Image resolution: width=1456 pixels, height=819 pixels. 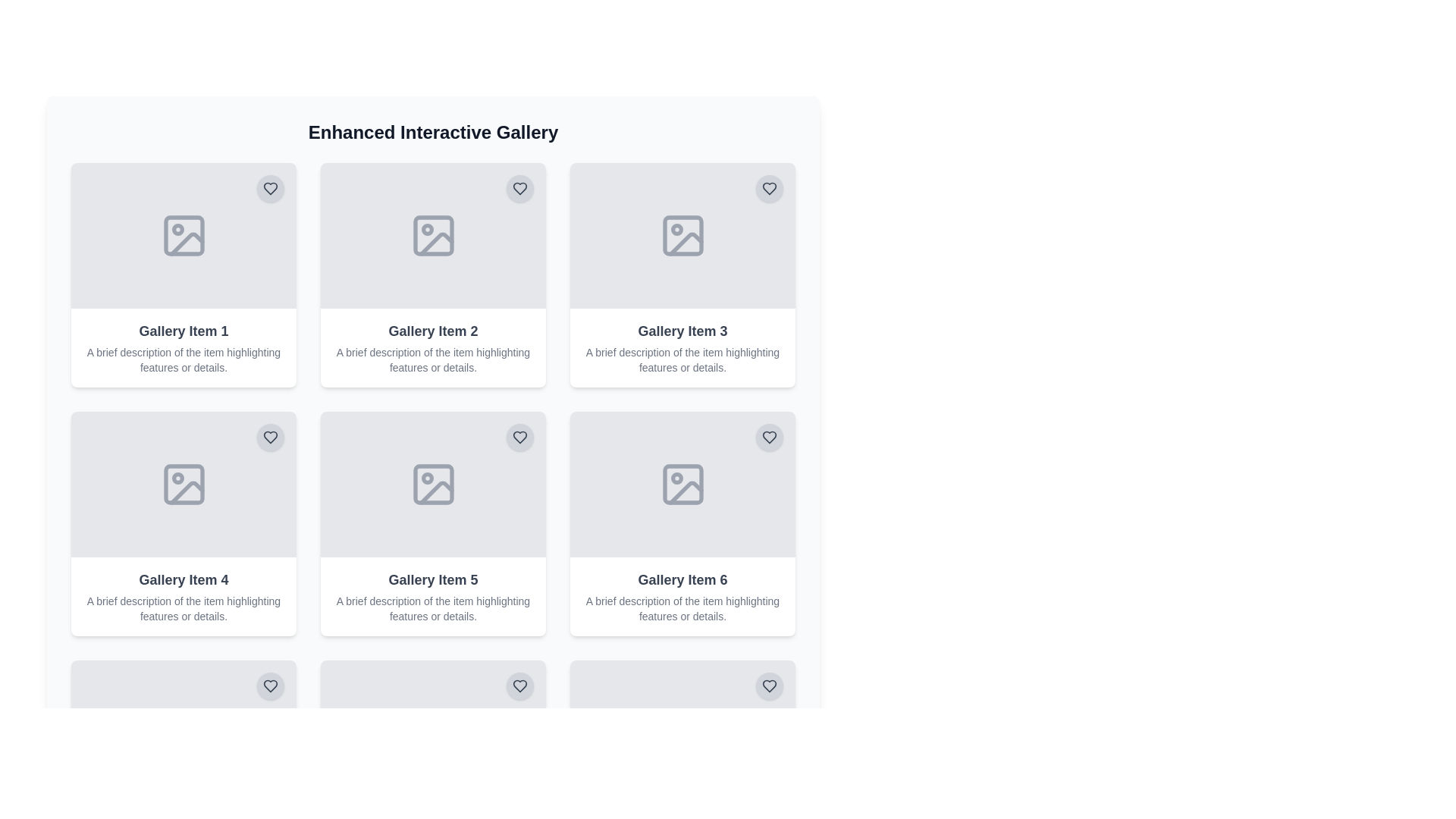 What do you see at coordinates (682, 733) in the screenshot?
I see `the decorative rectangular shape in the SVG, which is positioned below 'Gallery Item 6' and serves as a structural component in the layout` at bounding box center [682, 733].